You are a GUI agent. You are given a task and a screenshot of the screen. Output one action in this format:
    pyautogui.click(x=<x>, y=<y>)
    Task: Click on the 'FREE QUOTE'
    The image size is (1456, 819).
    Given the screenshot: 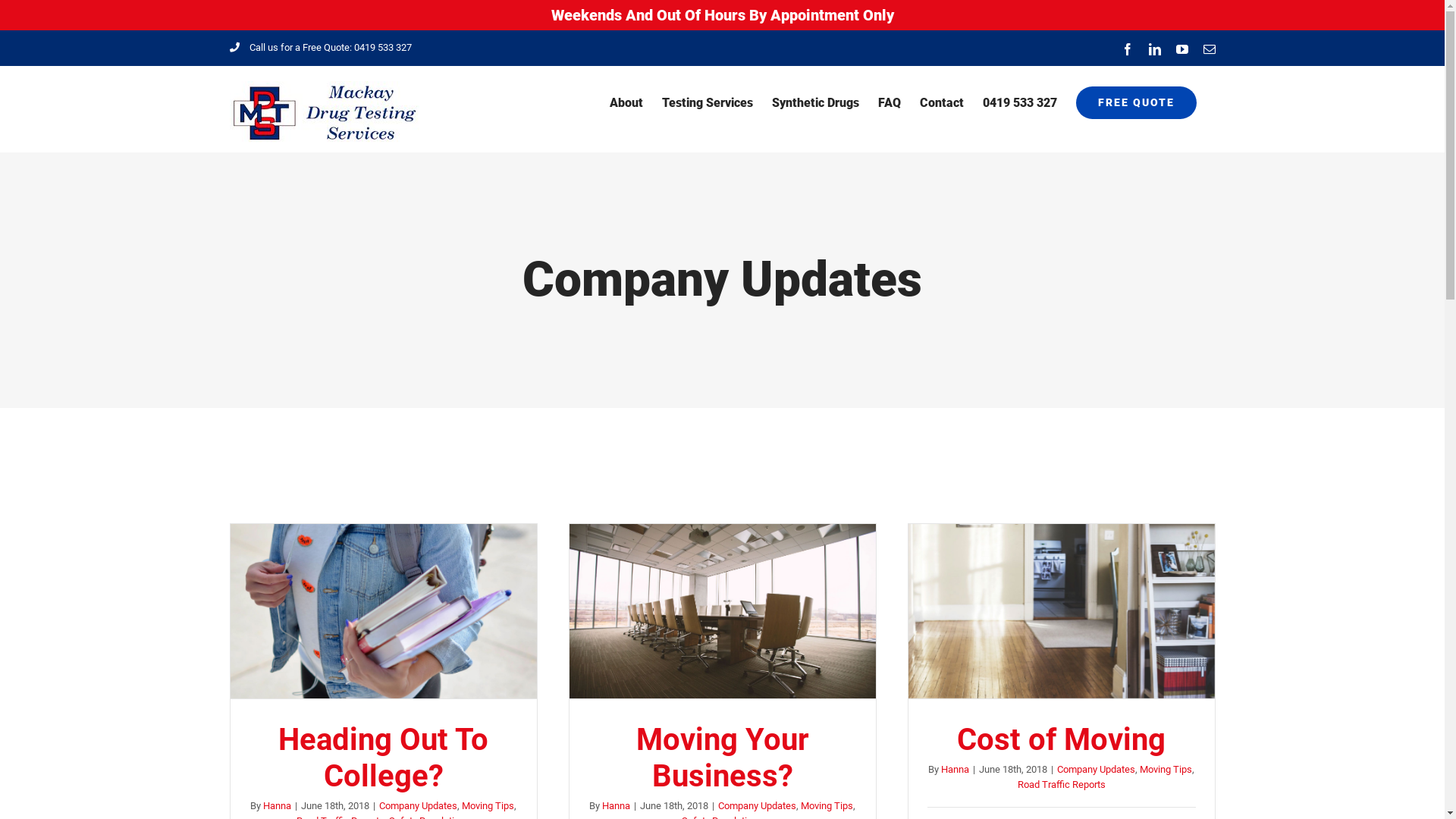 What is the action you would take?
    pyautogui.click(x=1135, y=102)
    